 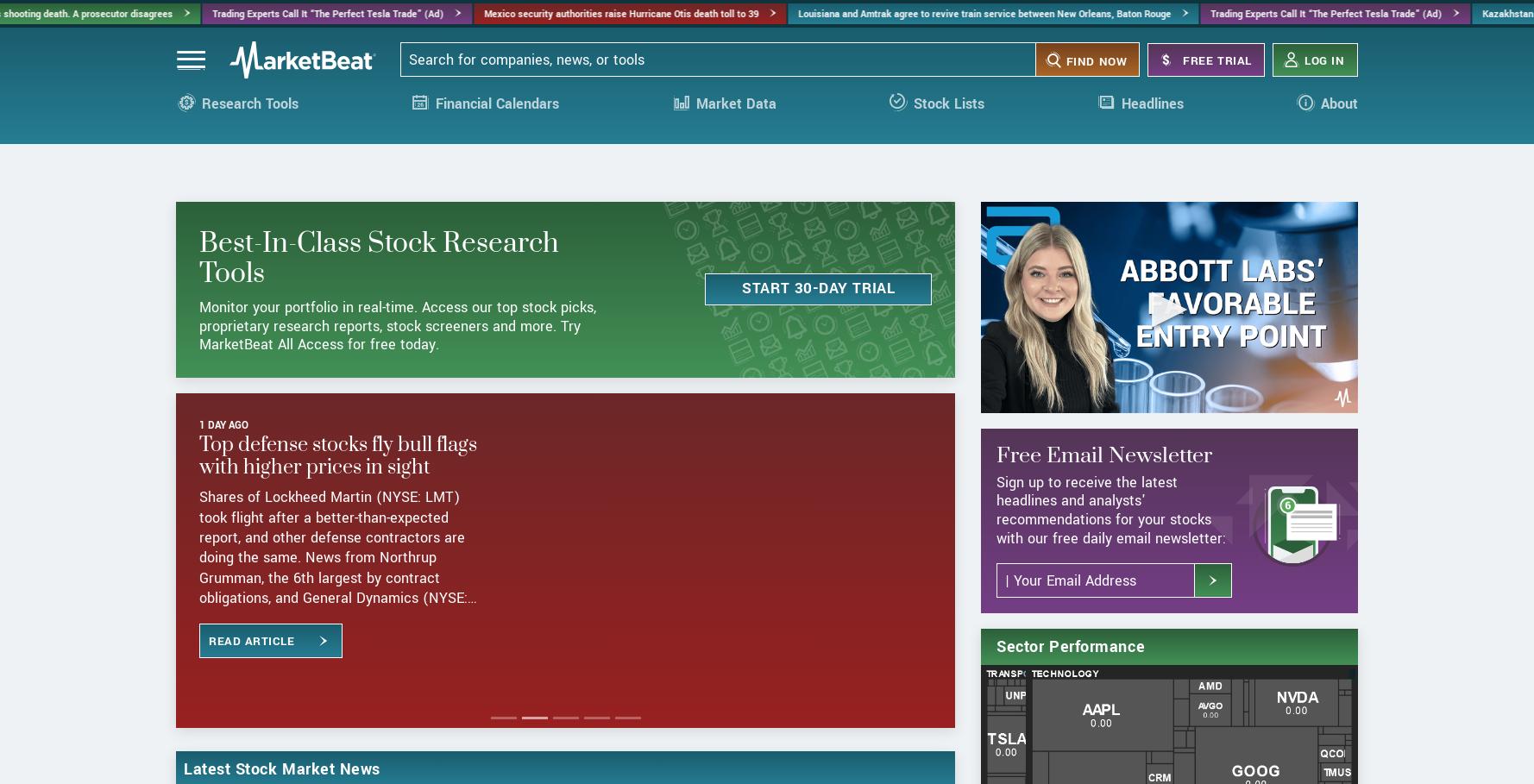 I want to click on 'Sign up to receive the latest headlines and analysts' recommendations for your stocks with our free daily email newsletter:', so click(x=1110, y=576).